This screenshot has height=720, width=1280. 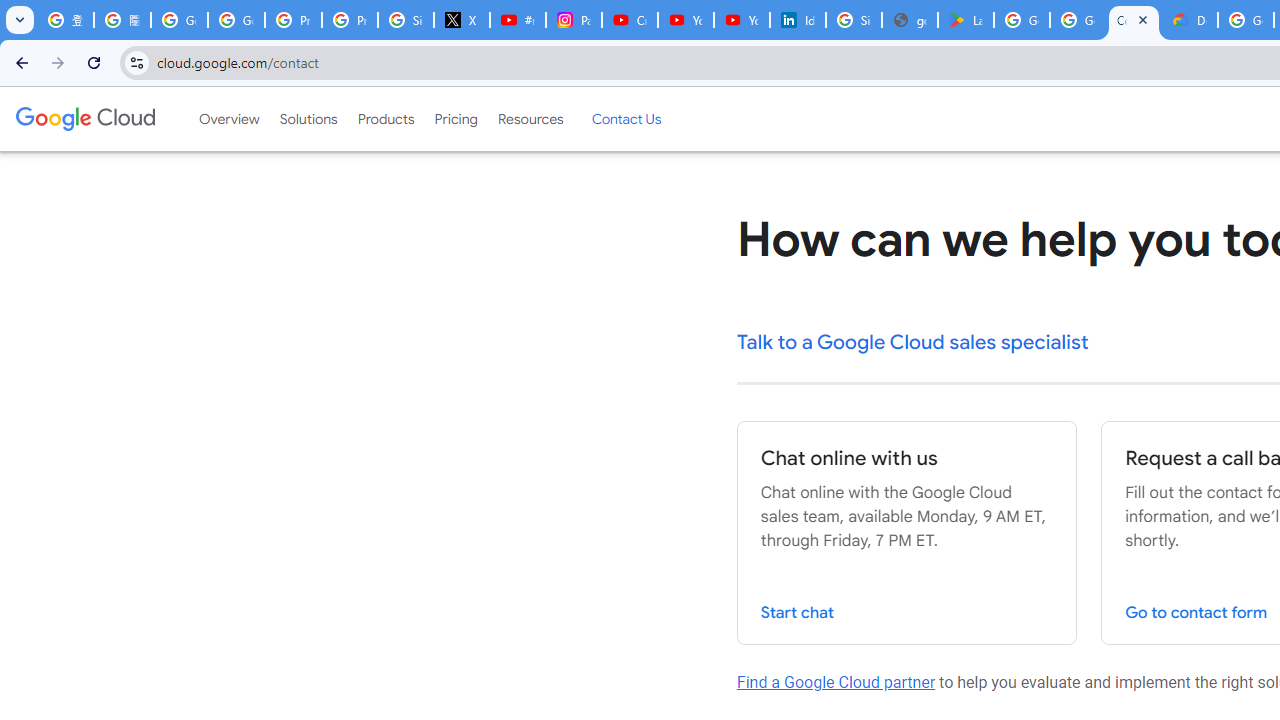 What do you see at coordinates (350, 20) in the screenshot?
I see `'Privacy Help Center - Policies Help'` at bounding box center [350, 20].